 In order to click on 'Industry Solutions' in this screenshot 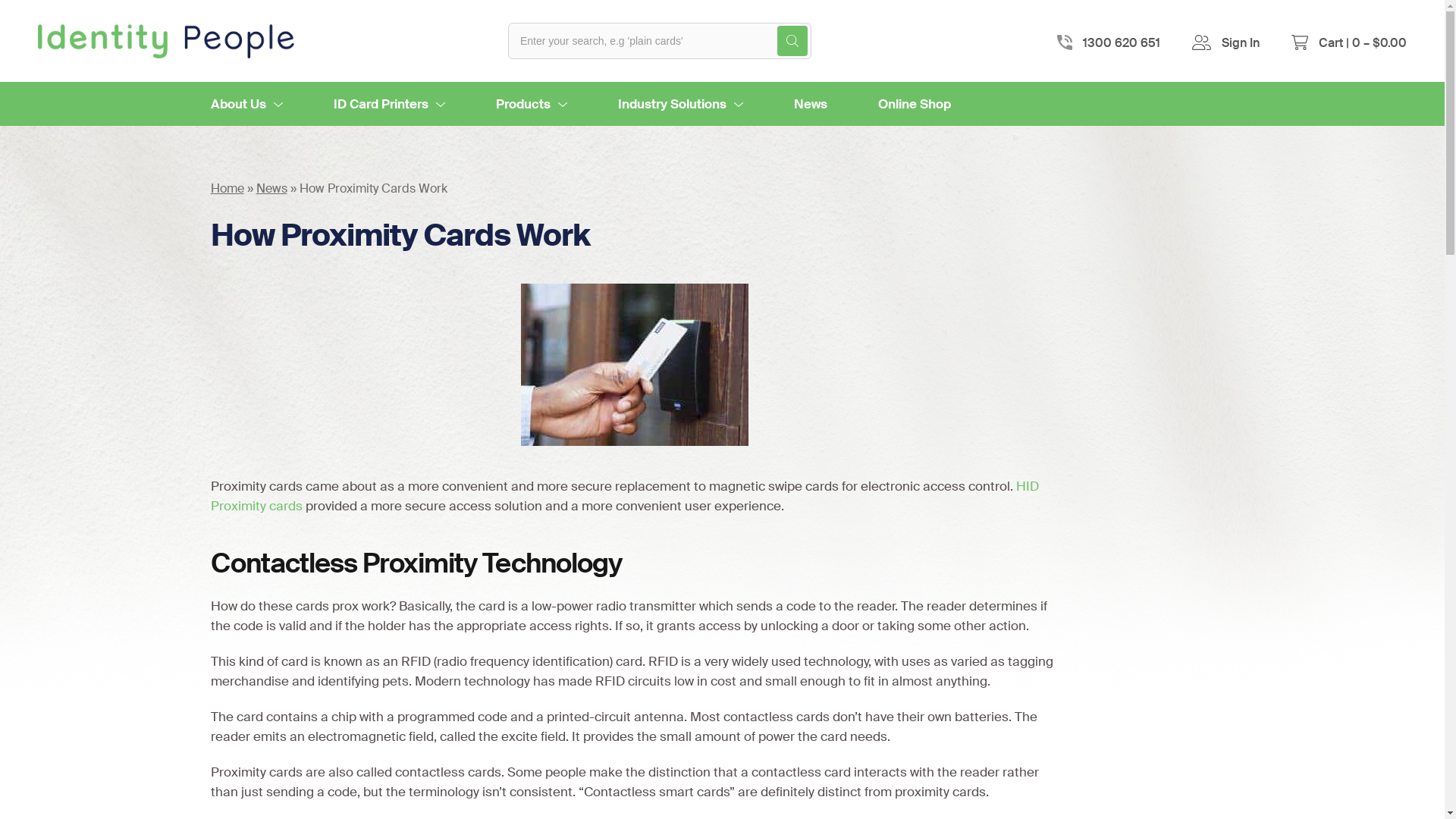, I will do `click(679, 103)`.